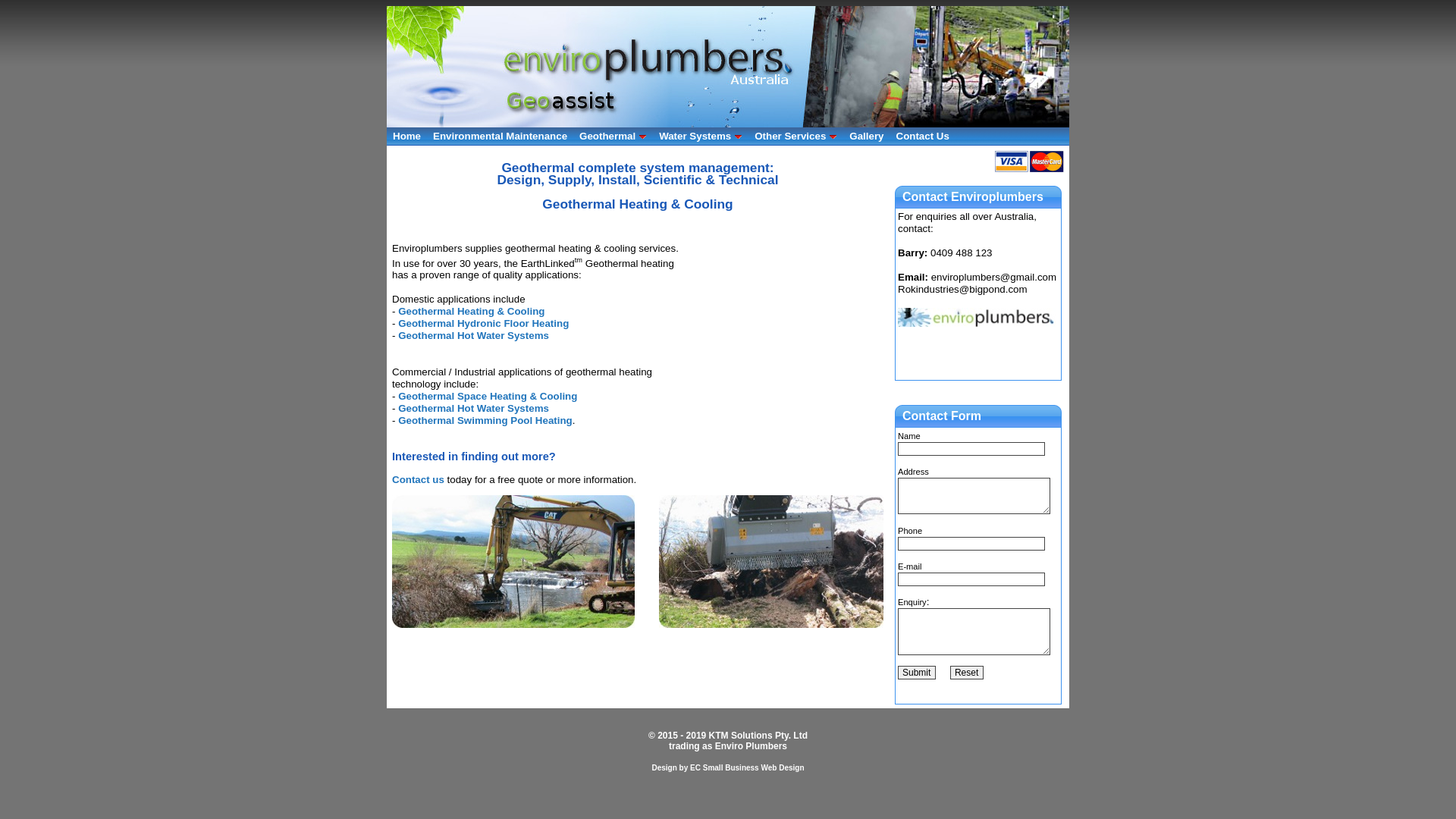  Describe the element at coordinates (392, 479) in the screenshot. I see `'Contact us'` at that location.